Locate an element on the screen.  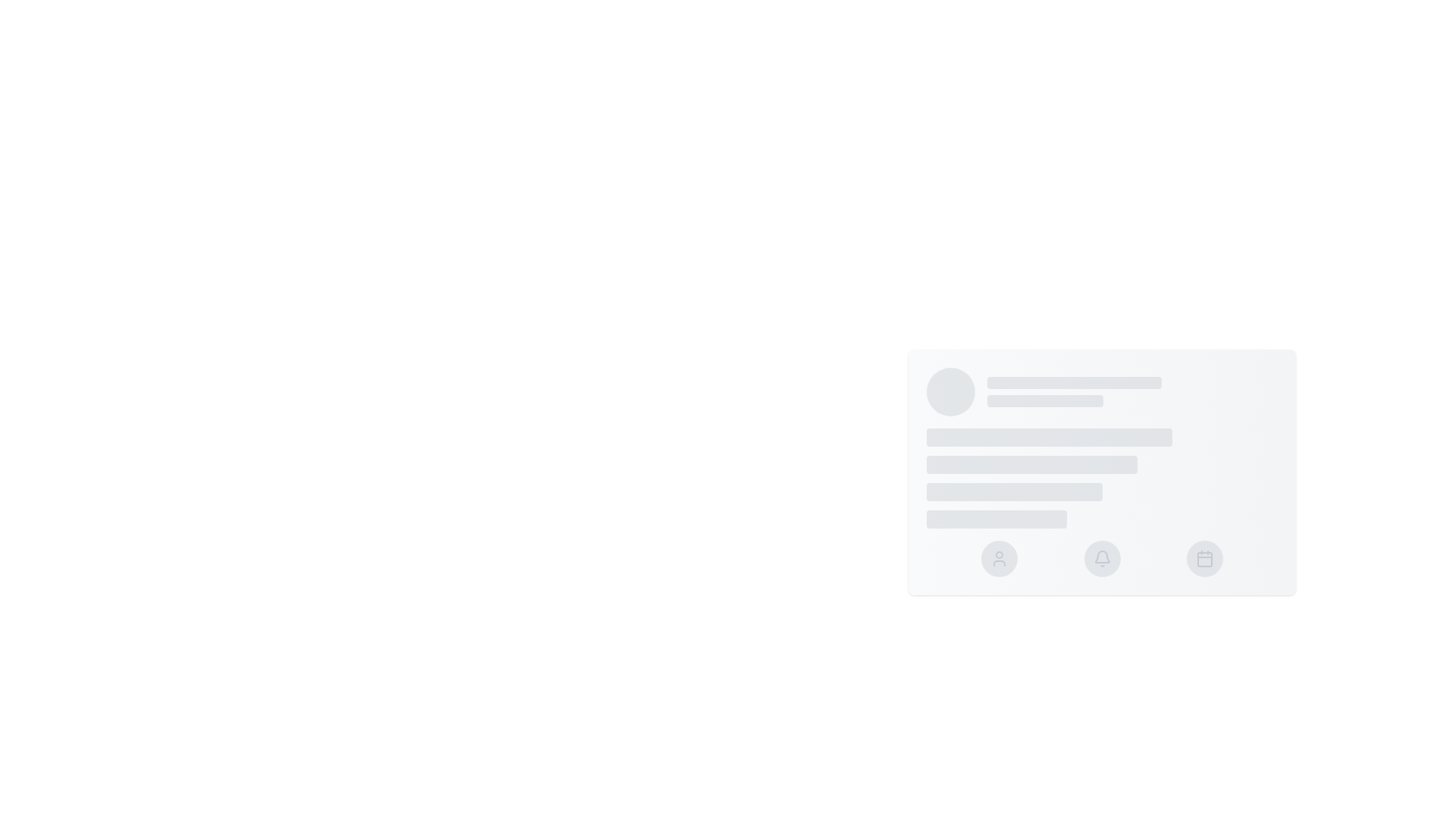
the first non-interactive placeholder bar that indicates the loading state of textual content, located centrally within a card-like structure is located at coordinates (1049, 438).